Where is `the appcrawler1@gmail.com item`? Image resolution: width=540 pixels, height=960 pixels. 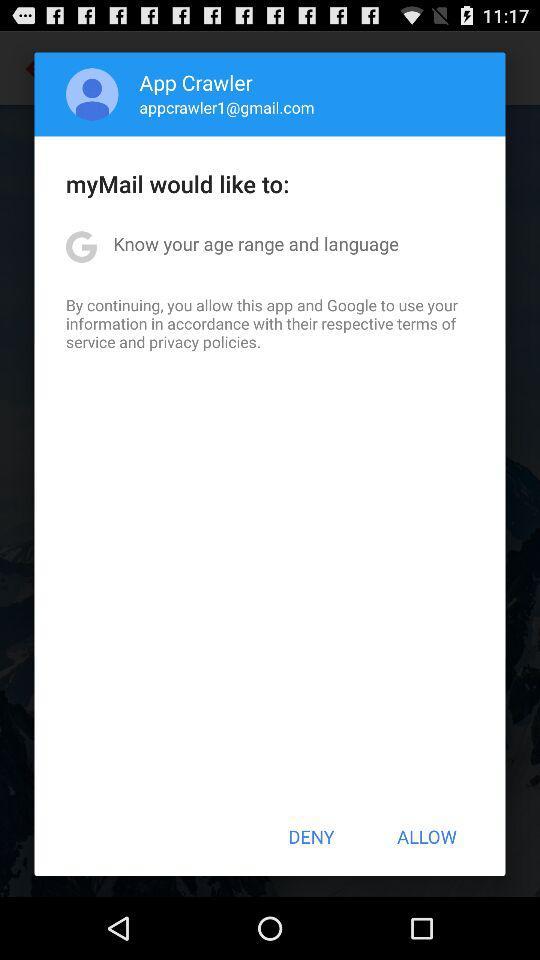 the appcrawler1@gmail.com item is located at coordinates (226, 107).